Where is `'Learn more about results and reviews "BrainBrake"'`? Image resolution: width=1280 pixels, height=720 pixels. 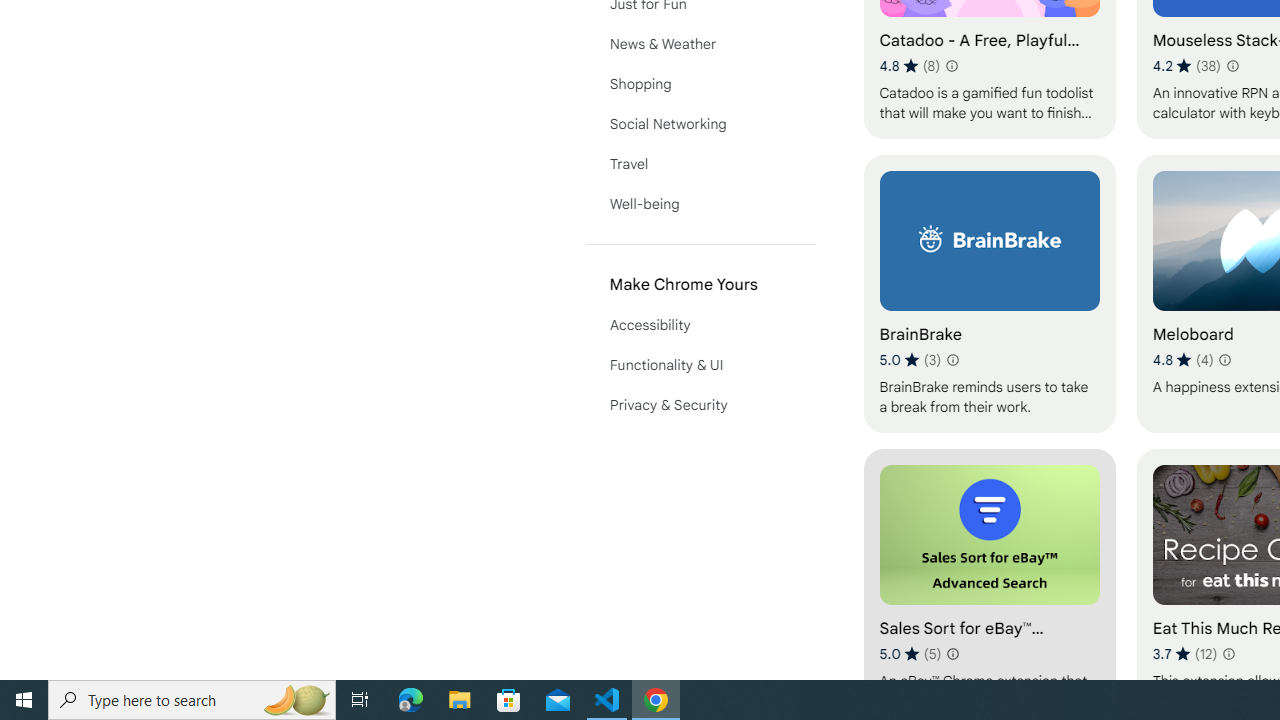 'Learn more about results and reviews "BrainBrake"' is located at coordinates (951, 360).